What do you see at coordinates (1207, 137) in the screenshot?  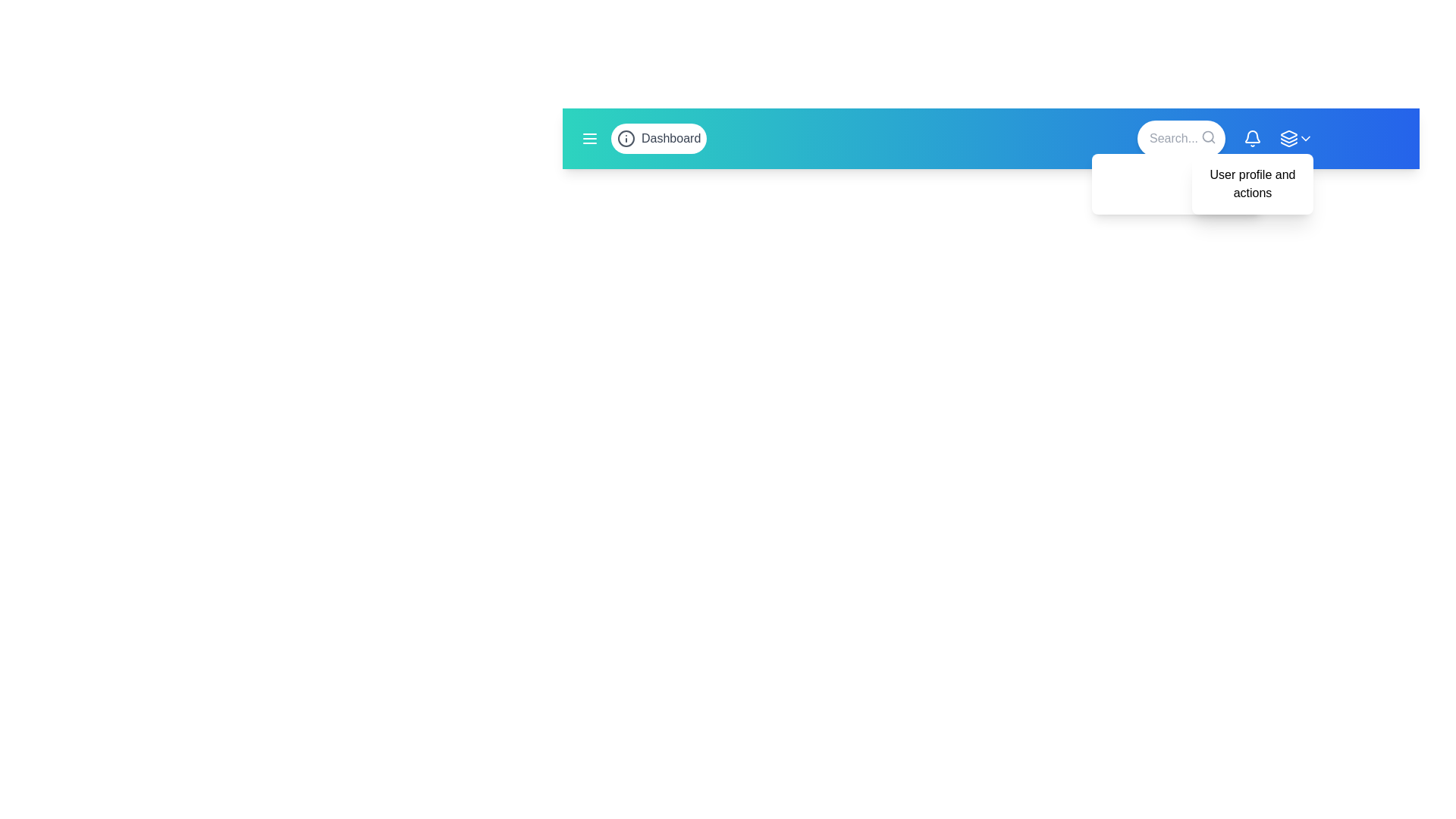 I see `the magnifying glass icon representing the search functionality located in the top navigation bar, to the right of the placeholder text 'Search...'` at bounding box center [1207, 137].